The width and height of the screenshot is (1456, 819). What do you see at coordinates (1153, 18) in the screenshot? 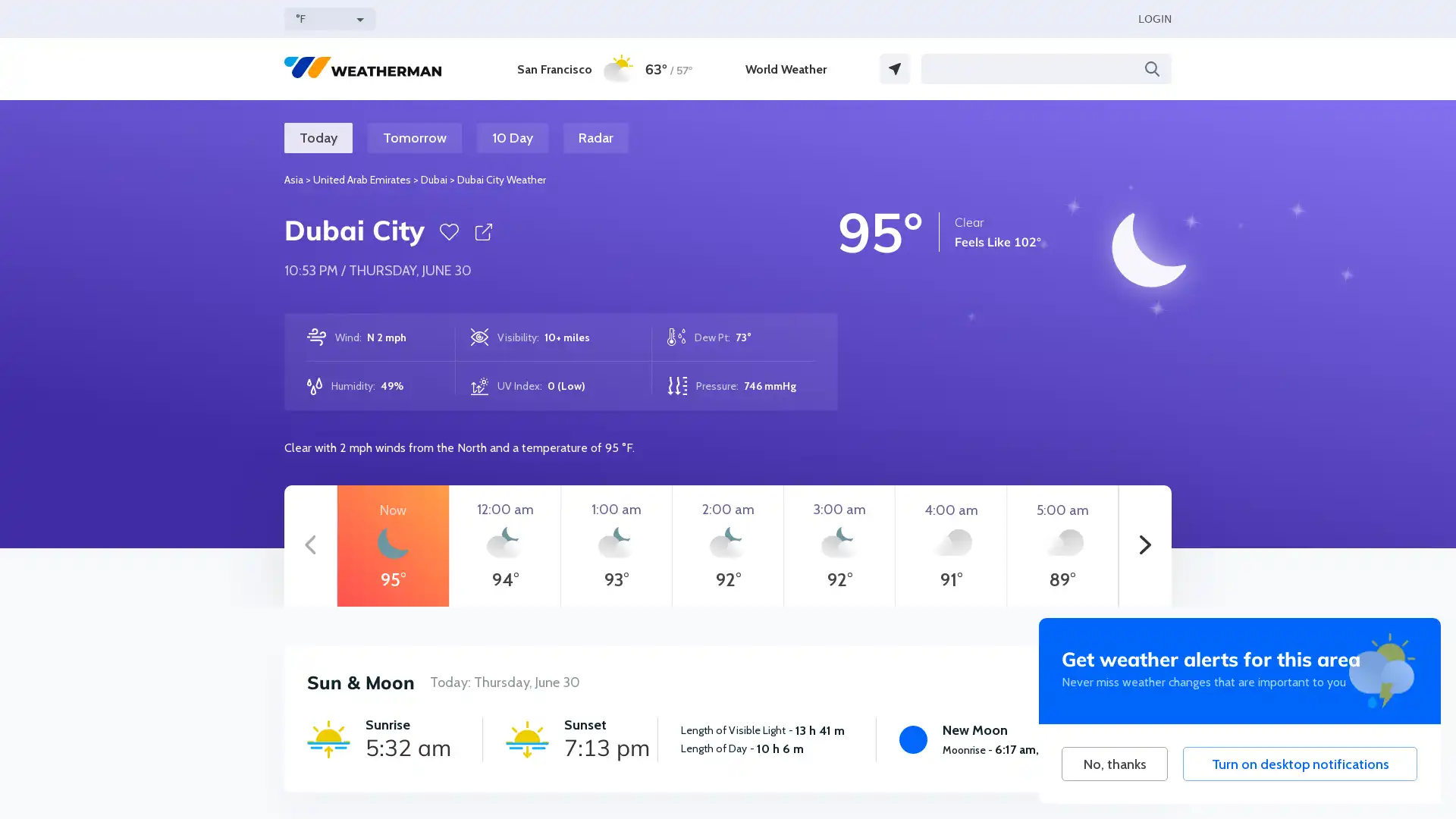
I see `LOGIN` at bounding box center [1153, 18].